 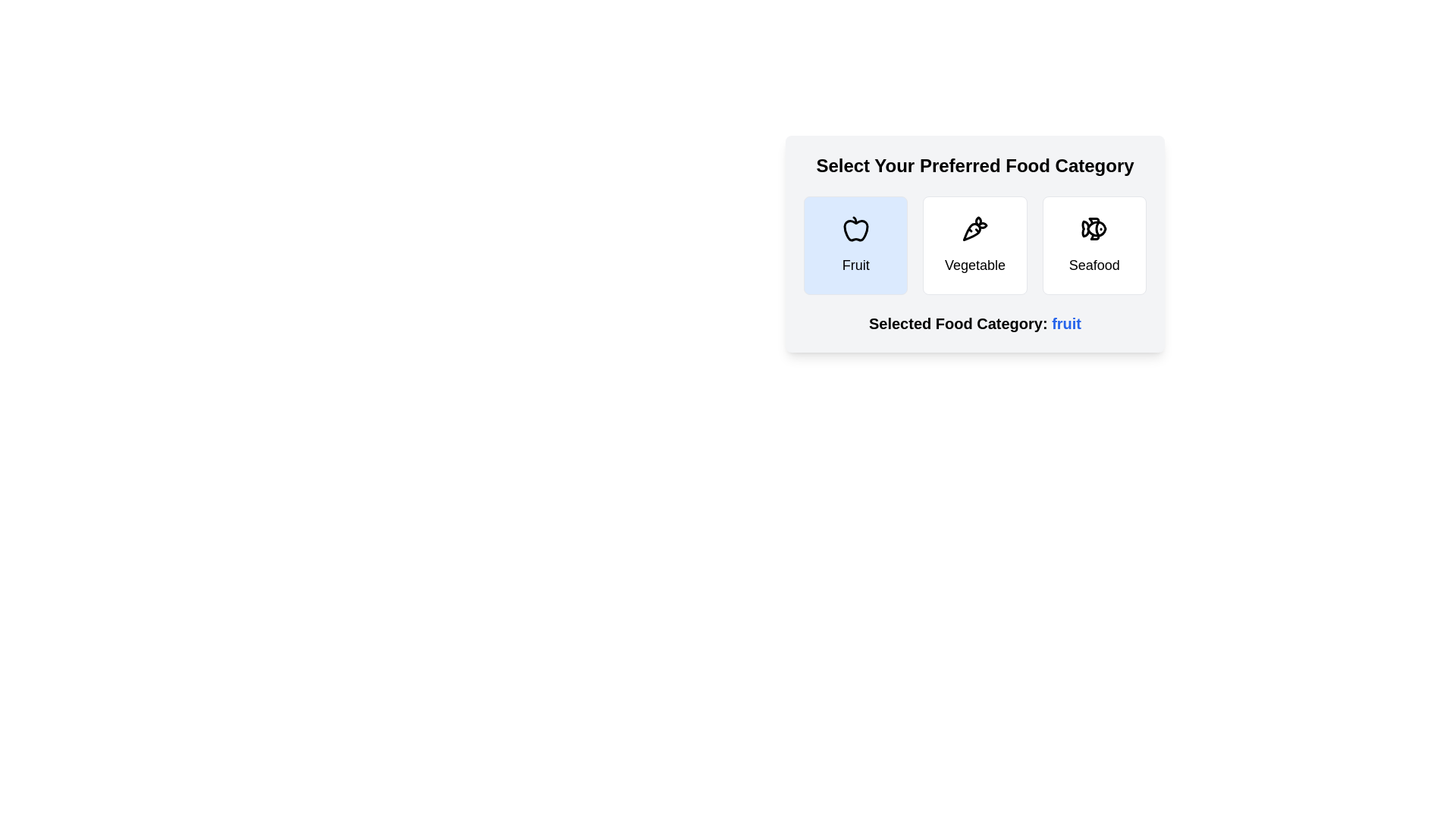 I want to click on the graphical icon resembling the top part of an apple, which is located within the square button labeled 'Fruit' in the leftmost position of a horizontal set of three options, so click(x=855, y=231).